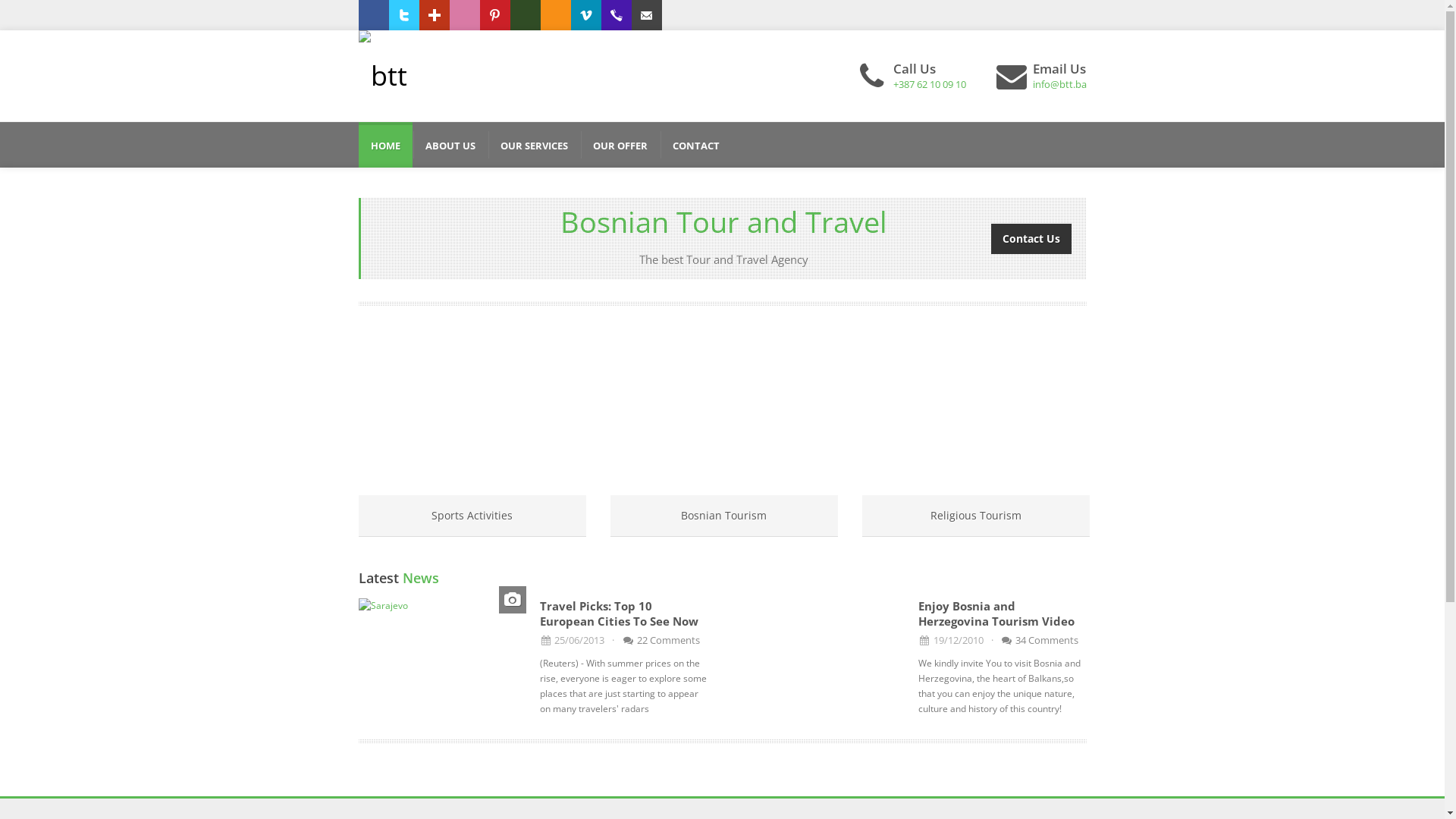 The height and width of the screenshot is (819, 1456). I want to click on 'ABOUT US', so click(449, 145).